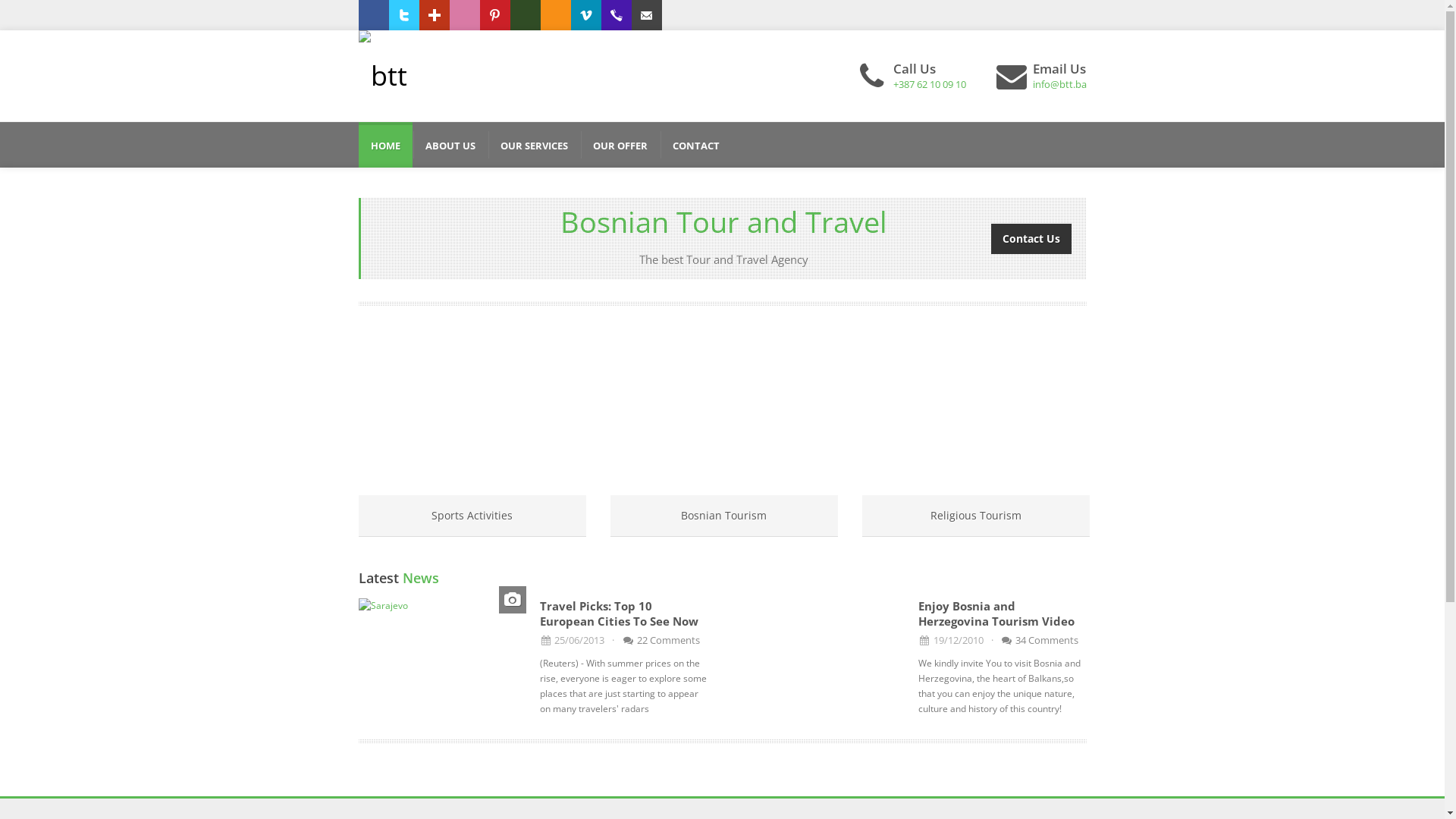 The height and width of the screenshot is (819, 1456). I want to click on 'ABOUT US', so click(449, 145).